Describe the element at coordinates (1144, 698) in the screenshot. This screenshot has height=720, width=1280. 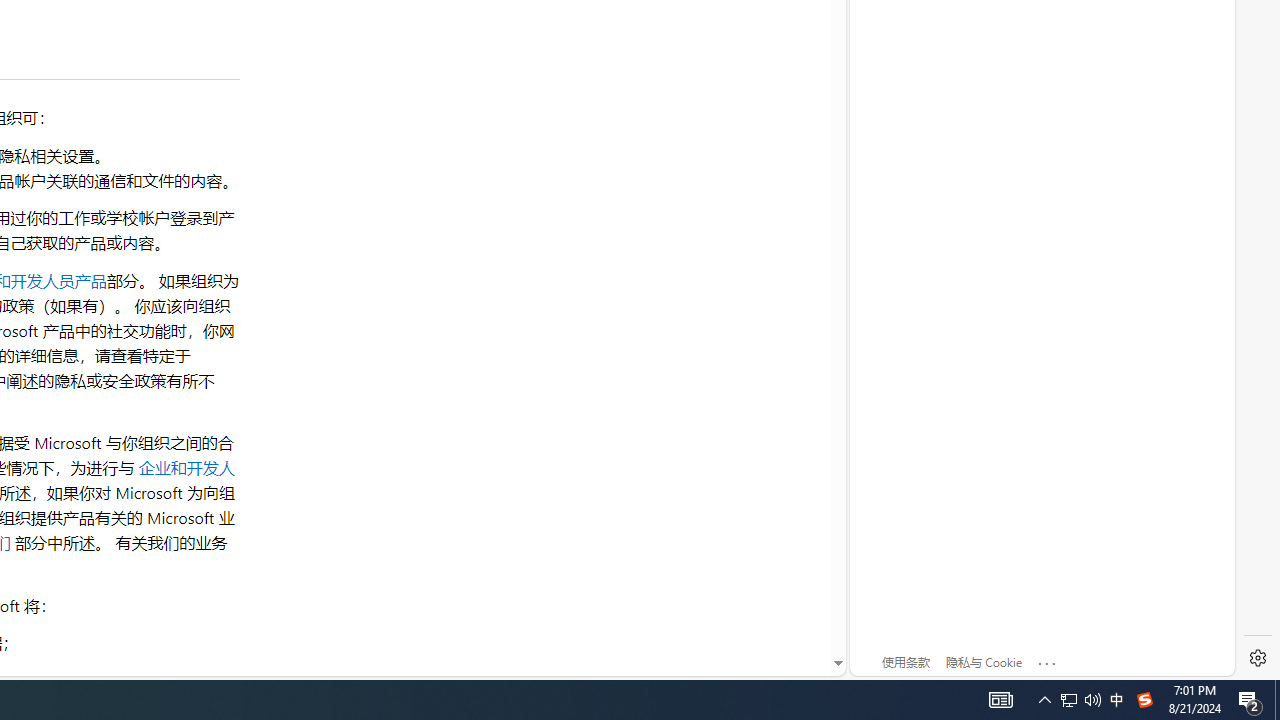
I see `'Tray Input Indicator - Chinese (Simplified, China)'` at that location.